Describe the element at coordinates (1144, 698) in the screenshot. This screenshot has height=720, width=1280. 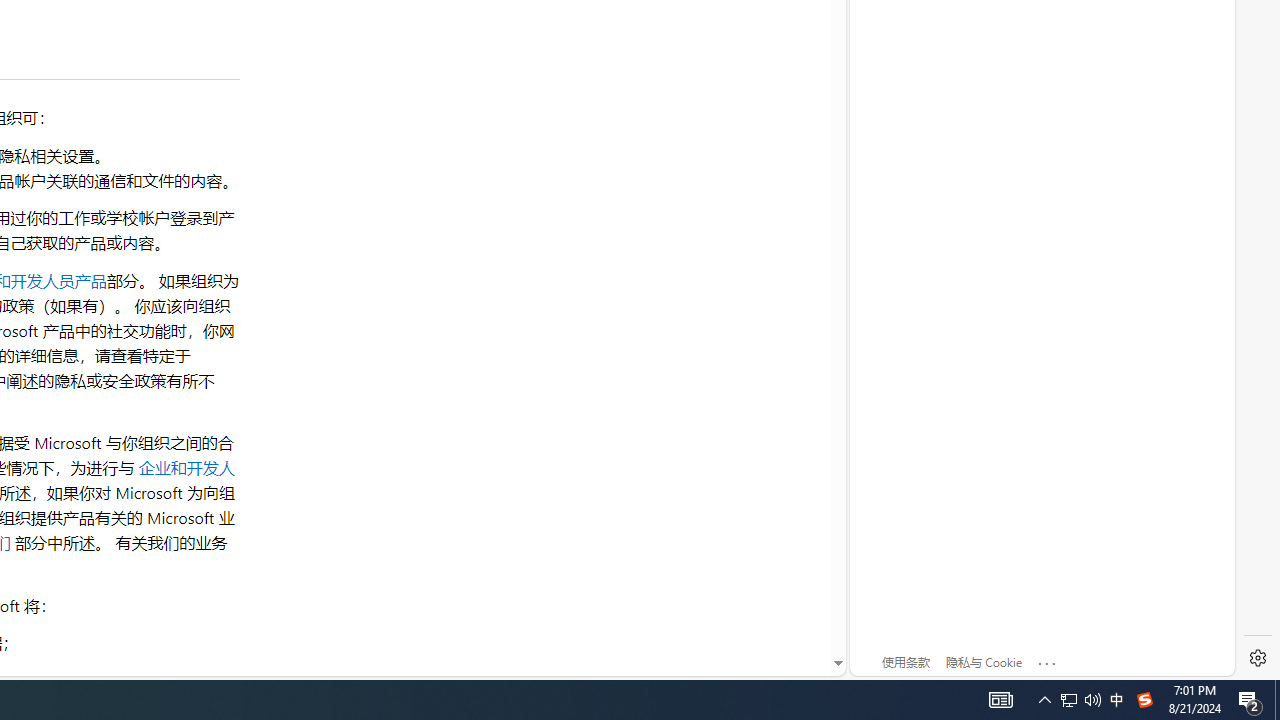
I see `'Tray Input Indicator - Chinese (Simplified, China)'` at that location.